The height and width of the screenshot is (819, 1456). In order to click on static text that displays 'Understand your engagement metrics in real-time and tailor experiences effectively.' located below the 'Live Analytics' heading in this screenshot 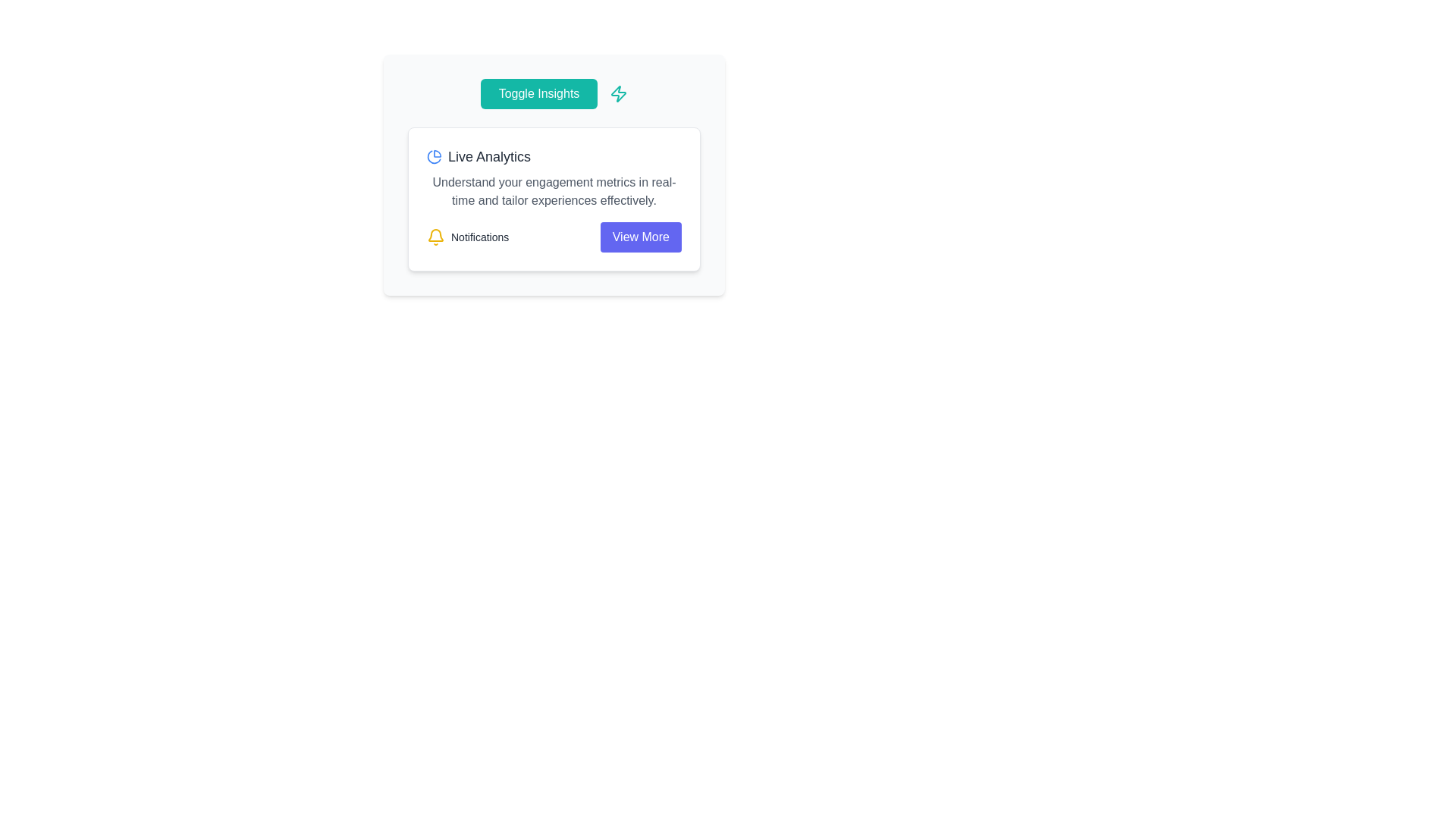, I will do `click(553, 191)`.